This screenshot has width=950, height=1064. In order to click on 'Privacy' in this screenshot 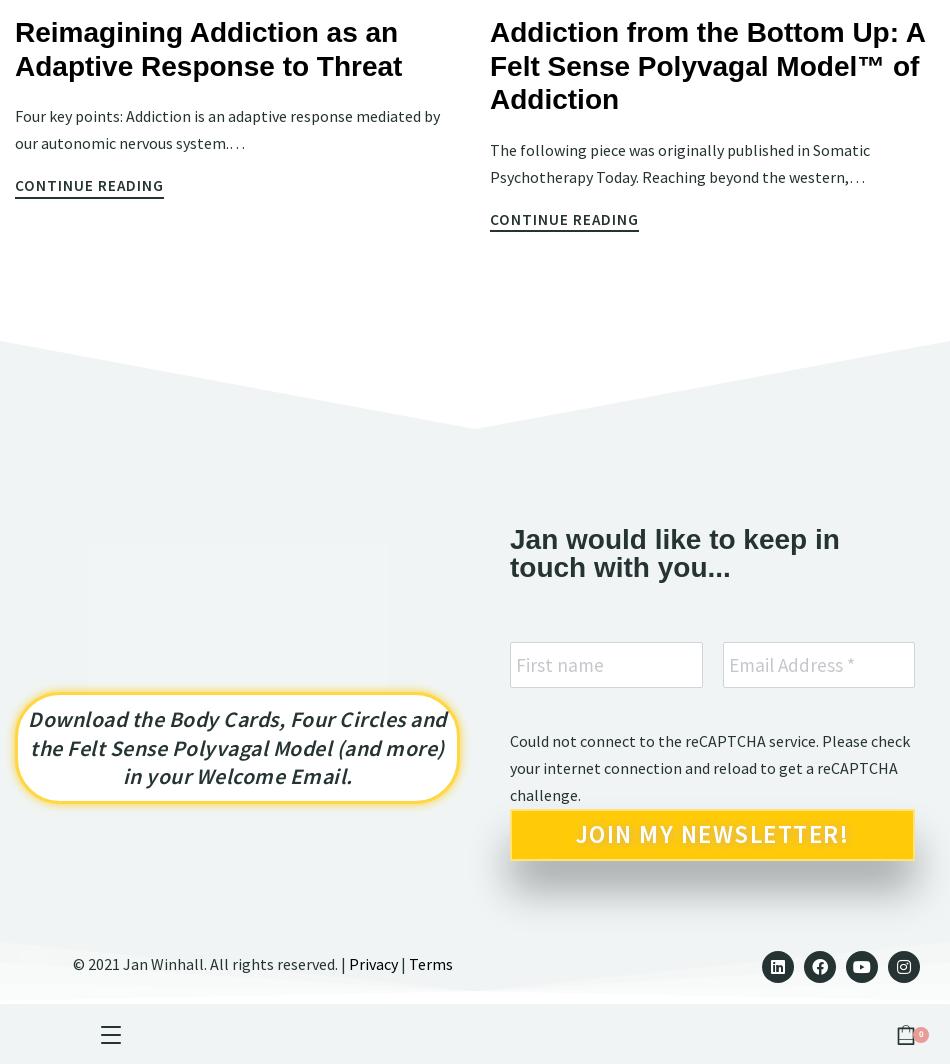, I will do `click(372, 963)`.